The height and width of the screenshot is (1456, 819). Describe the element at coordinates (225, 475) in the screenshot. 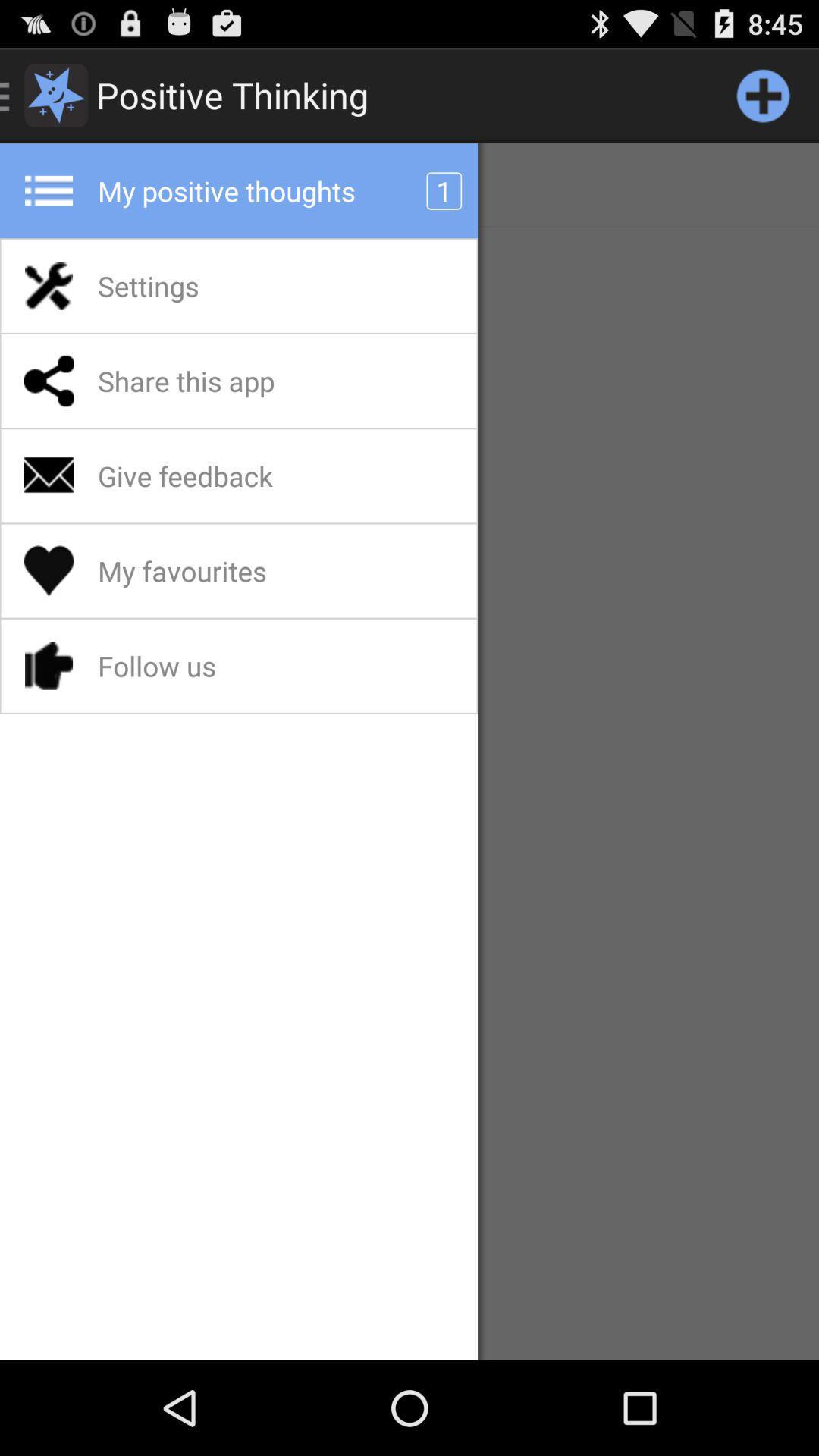

I see `the item below share this app item` at that location.